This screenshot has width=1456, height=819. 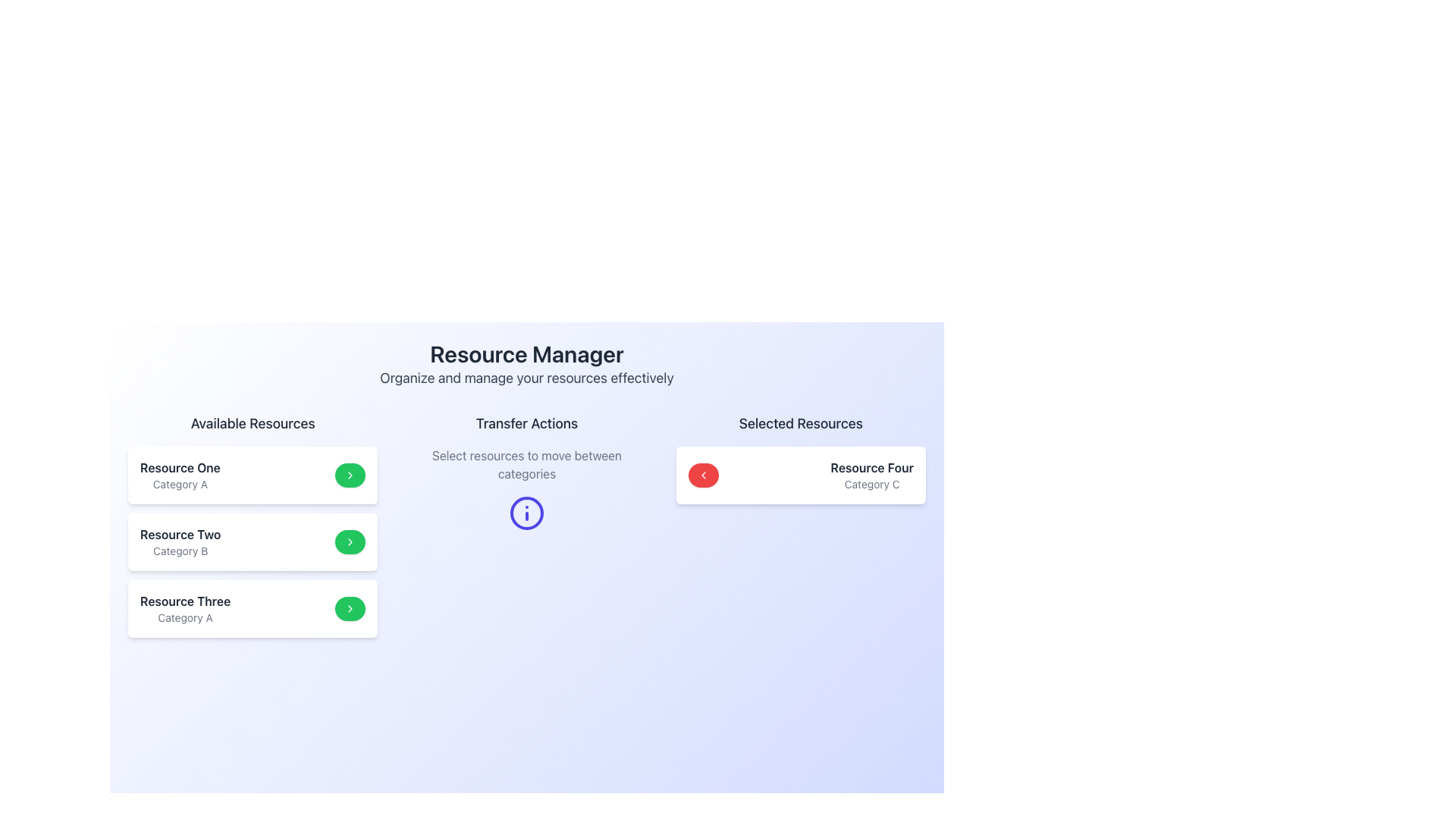 What do you see at coordinates (180, 534) in the screenshot?
I see `the read-only text label indicating 'Resource Two' in the 'Available Resources' section, which is the second row in the list of resources` at bounding box center [180, 534].